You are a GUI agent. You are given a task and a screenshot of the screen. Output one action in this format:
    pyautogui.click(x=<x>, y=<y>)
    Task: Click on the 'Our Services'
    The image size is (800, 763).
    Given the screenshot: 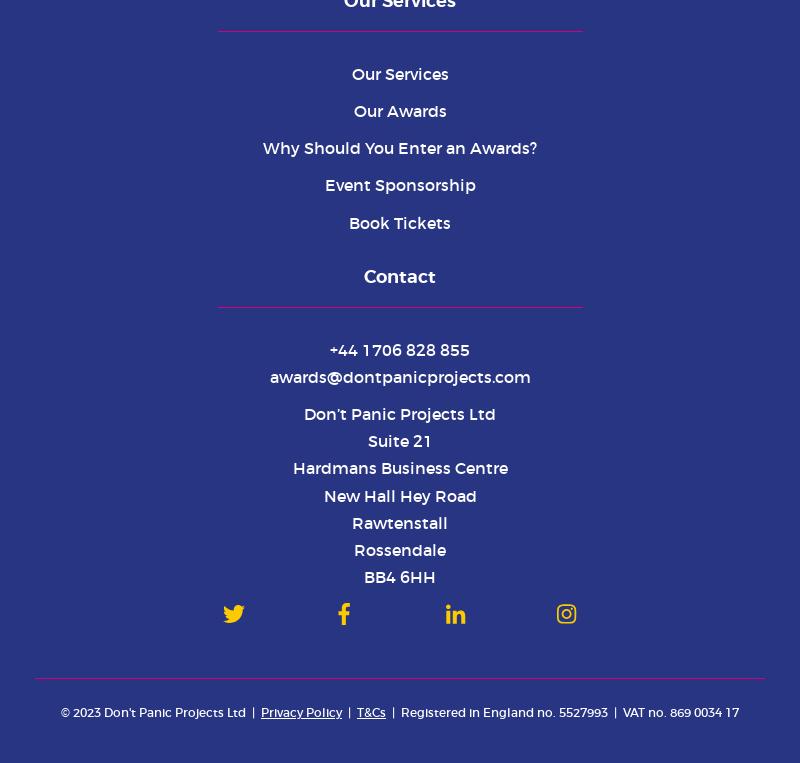 What is the action you would take?
    pyautogui.click(x=350, y=73)
    